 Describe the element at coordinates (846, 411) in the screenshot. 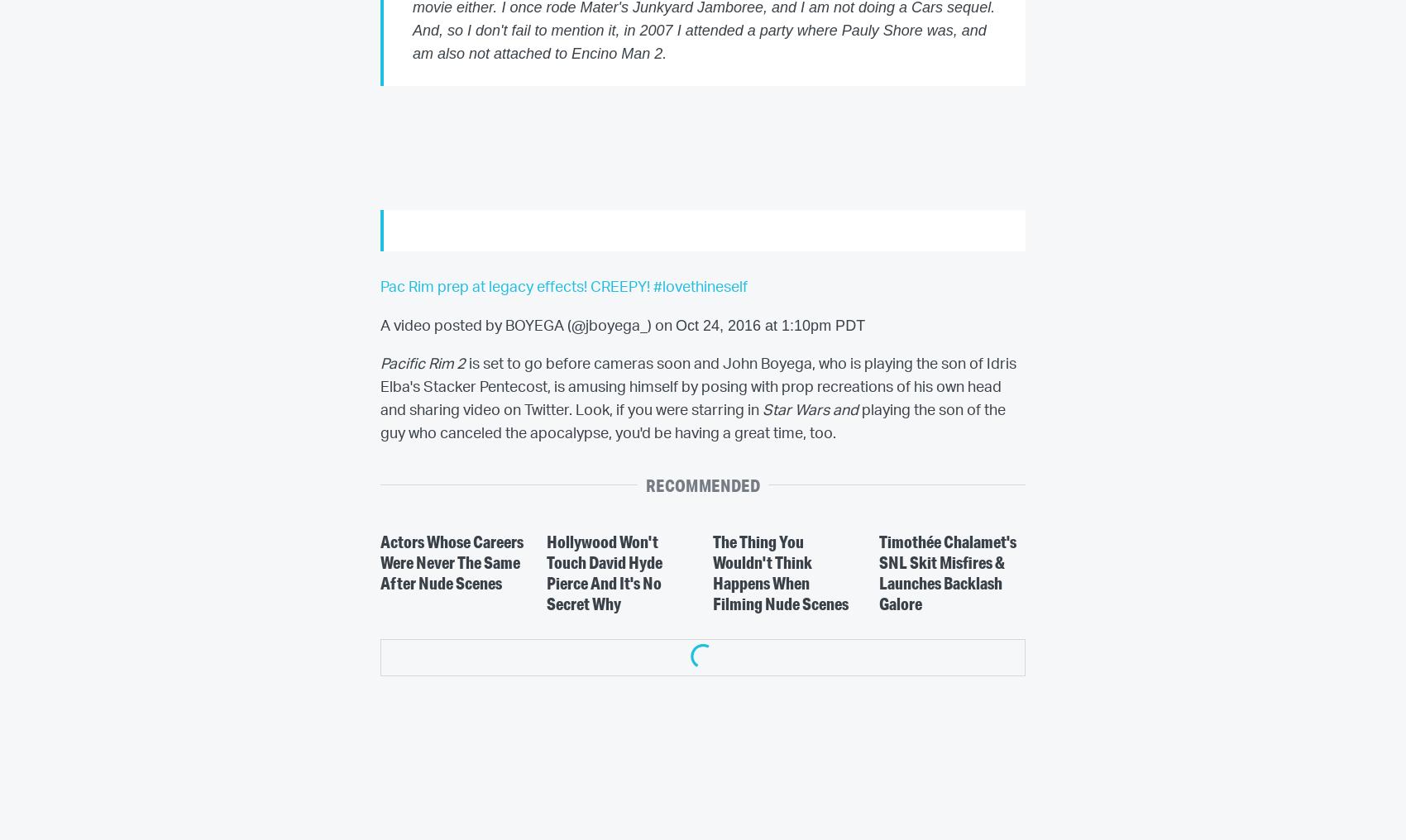

I see `'and'` at that location.